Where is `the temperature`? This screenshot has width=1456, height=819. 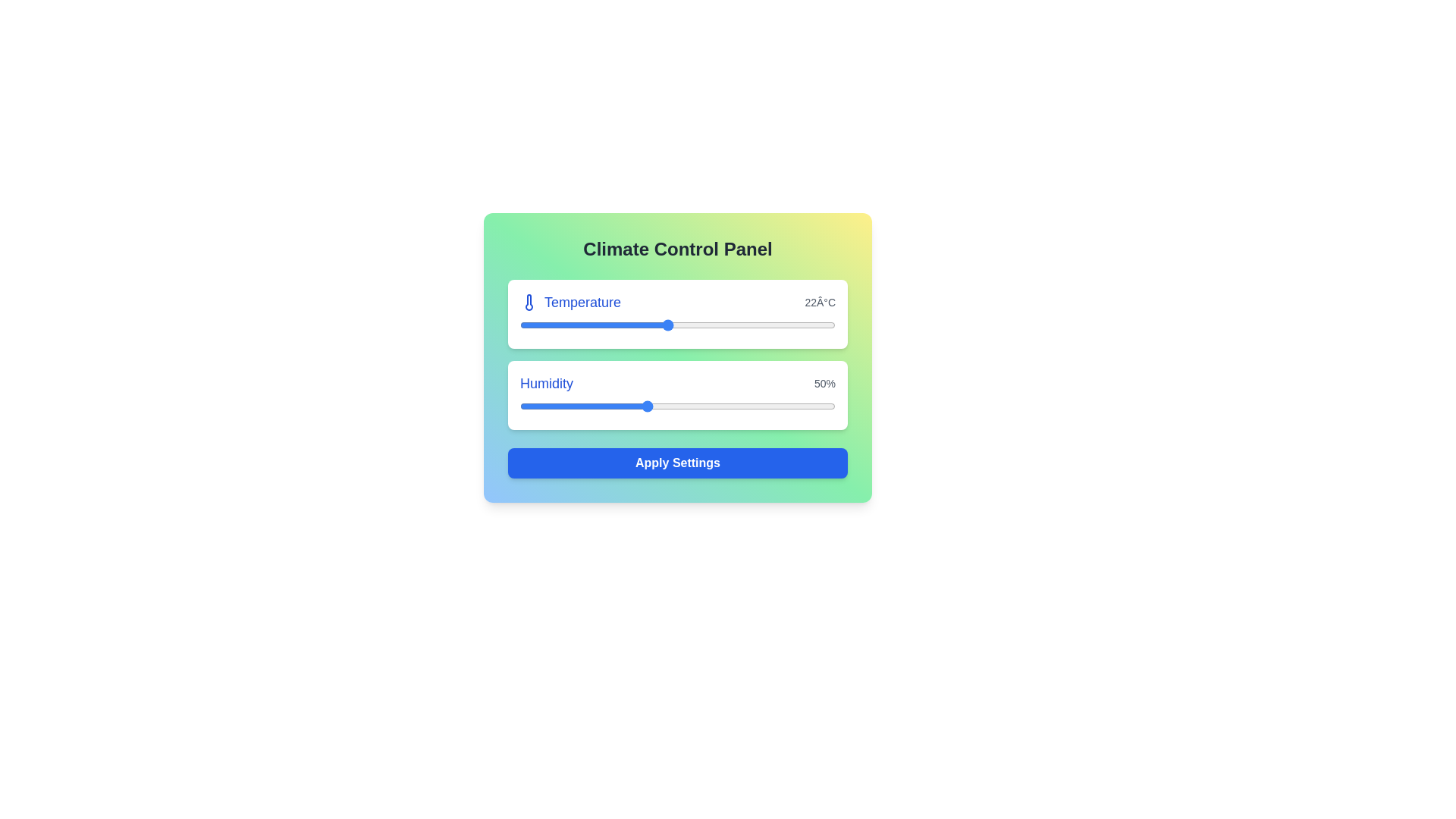
the temperature is located at coordinates (561, 324).